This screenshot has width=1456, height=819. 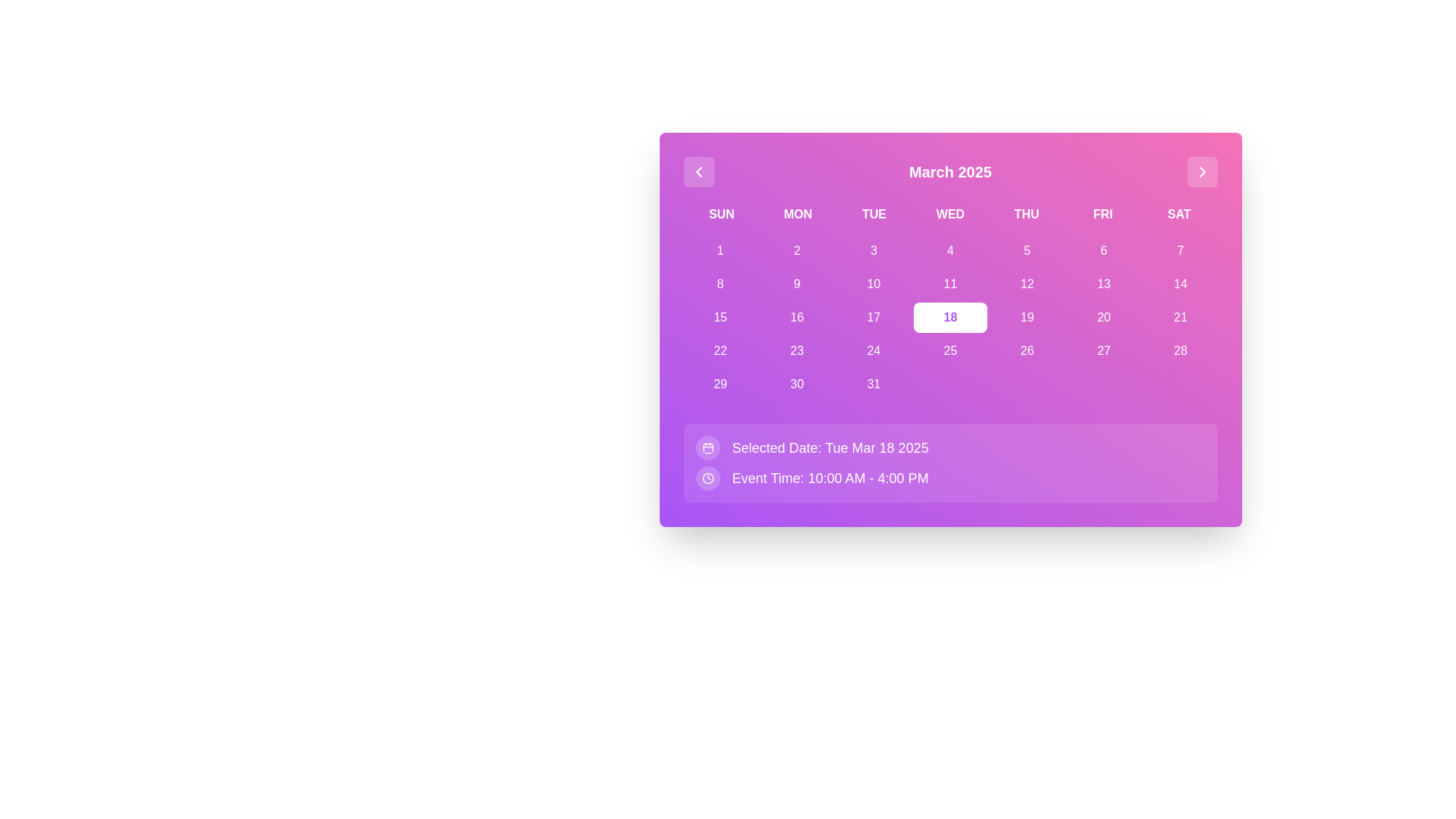 What do you see at coordinates (796, 350) in the screenshot?
I see `the small purple button labeled '23'` at bounding box center [796, 350].